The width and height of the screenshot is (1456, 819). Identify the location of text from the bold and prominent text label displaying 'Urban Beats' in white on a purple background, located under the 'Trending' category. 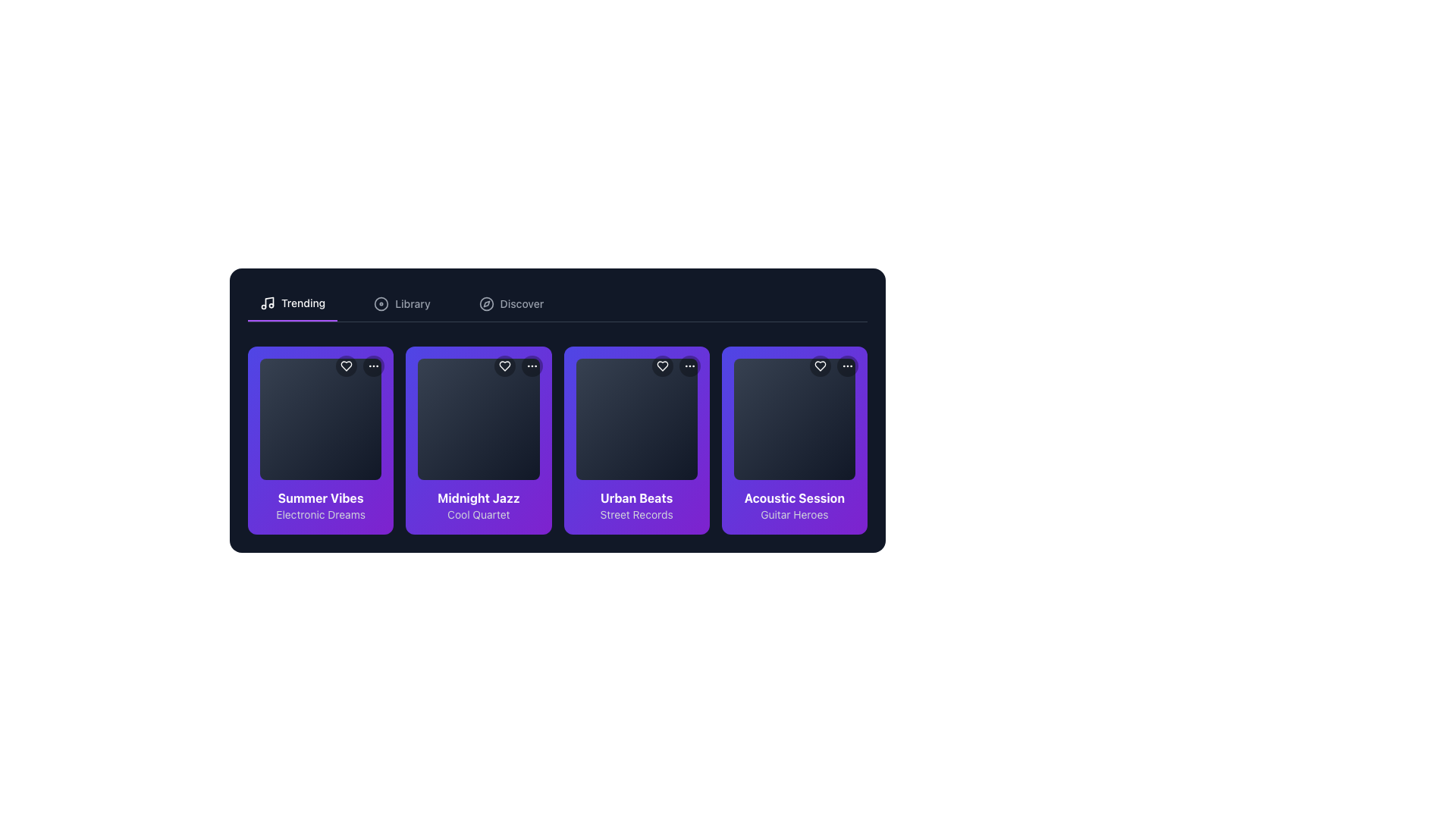
(636, 498).